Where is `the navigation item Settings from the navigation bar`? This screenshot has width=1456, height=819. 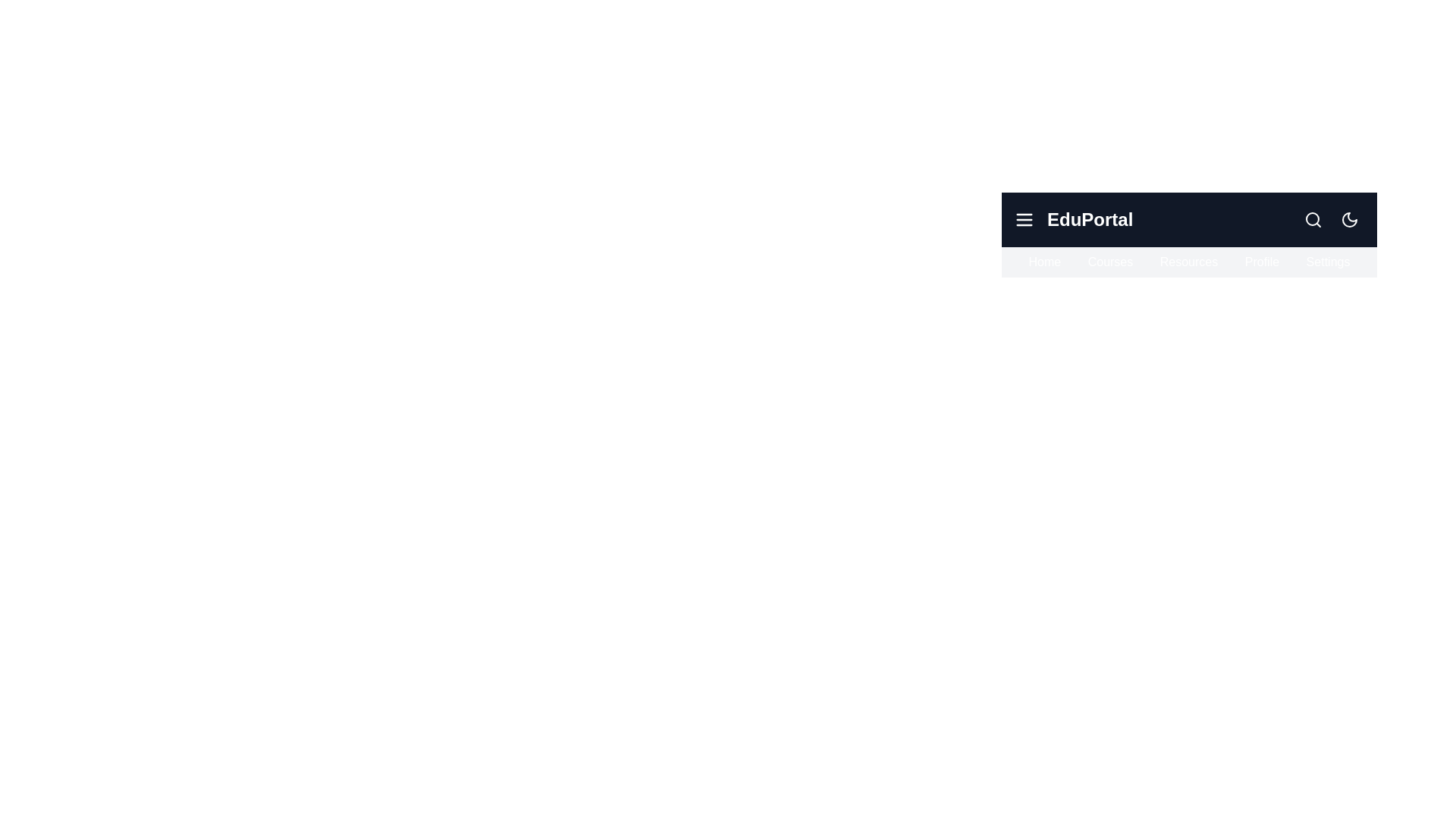
the navigation item Settings from the navigation bar is located at coordinates (1327, 262).